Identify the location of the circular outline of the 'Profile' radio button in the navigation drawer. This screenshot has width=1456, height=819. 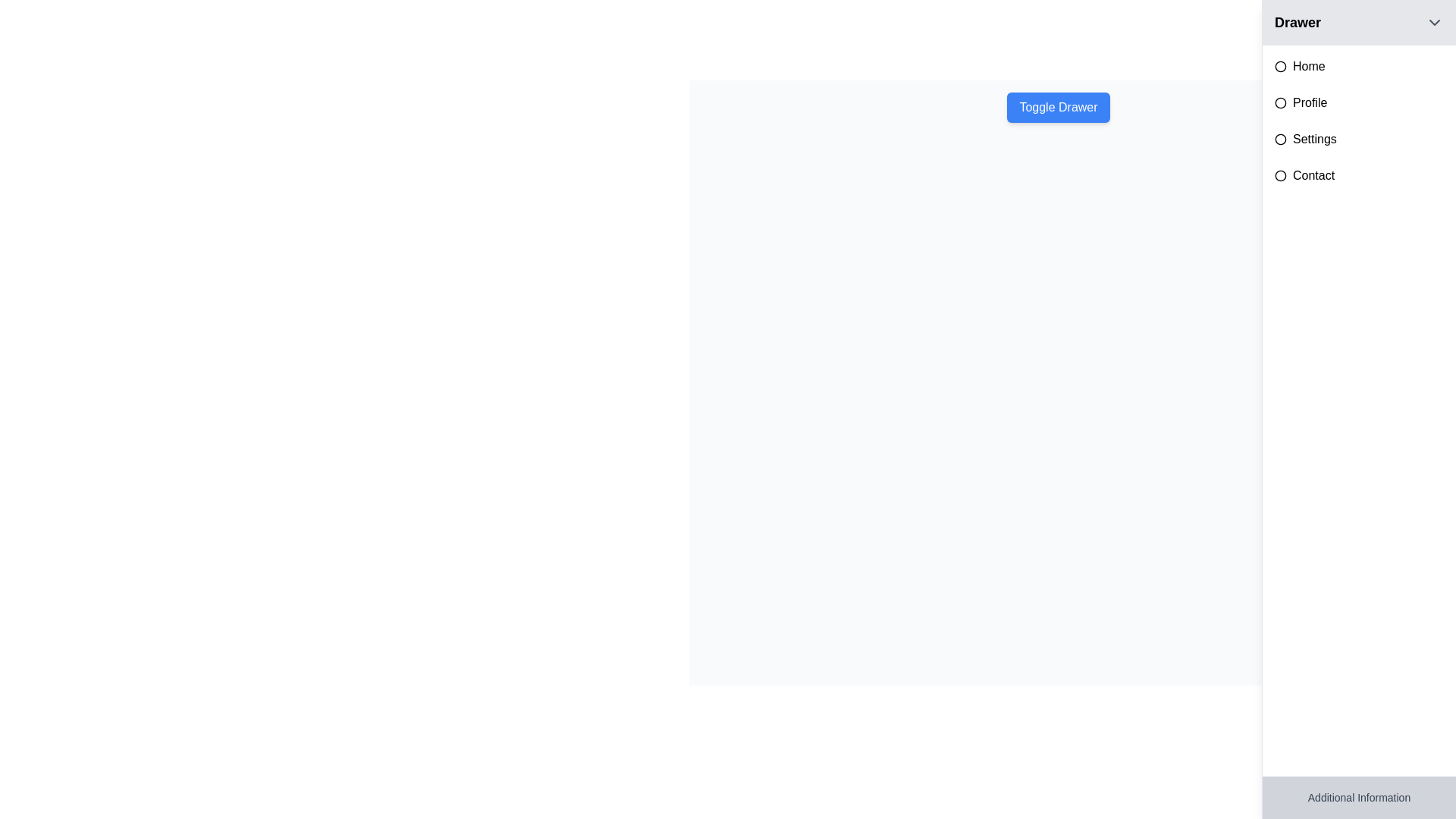
(1280, 102).